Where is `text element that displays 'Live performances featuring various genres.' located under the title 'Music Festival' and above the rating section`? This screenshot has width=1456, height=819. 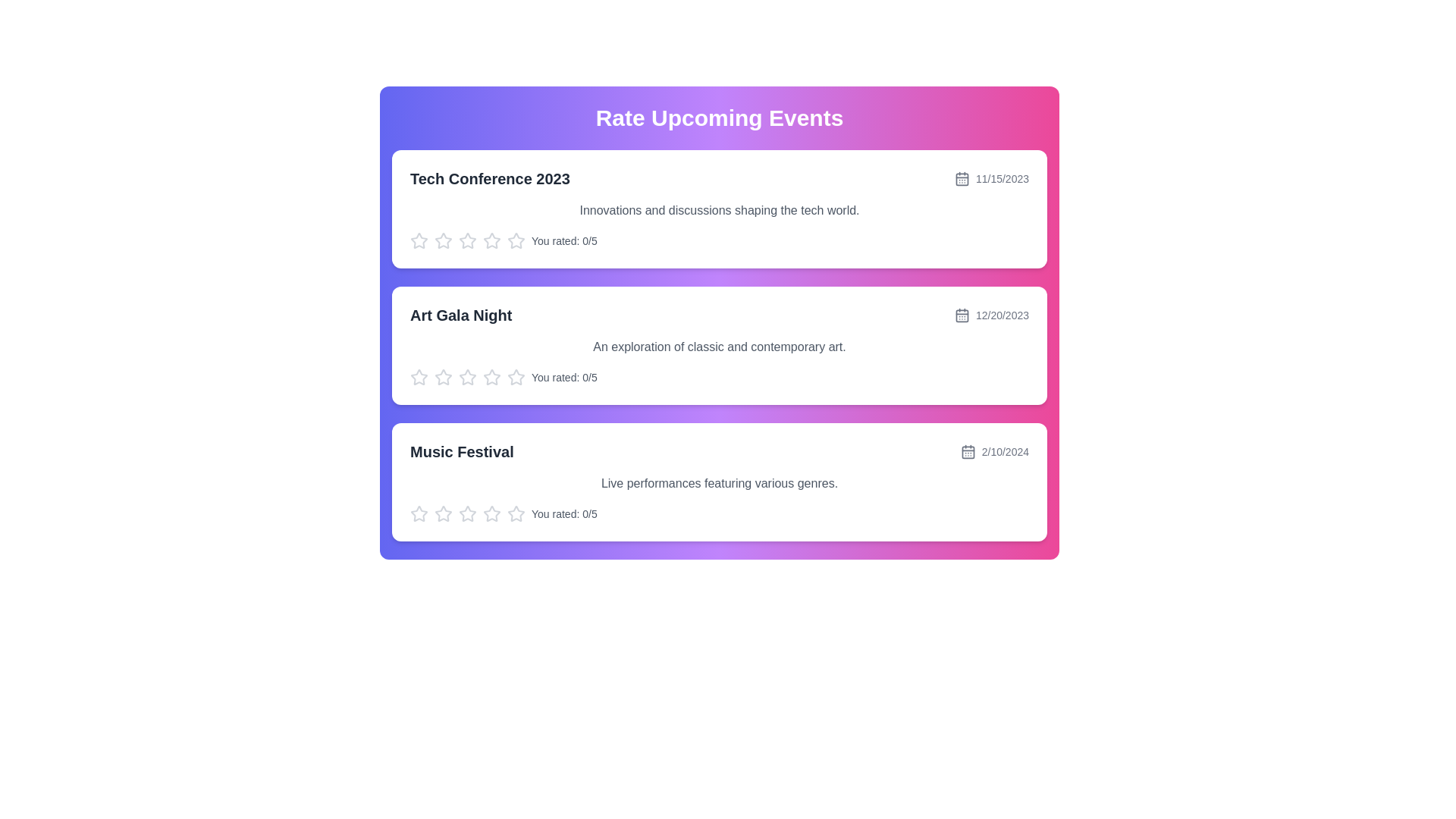 text element that displays 'Live performances featuring various genres.' located under the title 'Music Festival' and above the rating section is located at coordinates (719, 483).